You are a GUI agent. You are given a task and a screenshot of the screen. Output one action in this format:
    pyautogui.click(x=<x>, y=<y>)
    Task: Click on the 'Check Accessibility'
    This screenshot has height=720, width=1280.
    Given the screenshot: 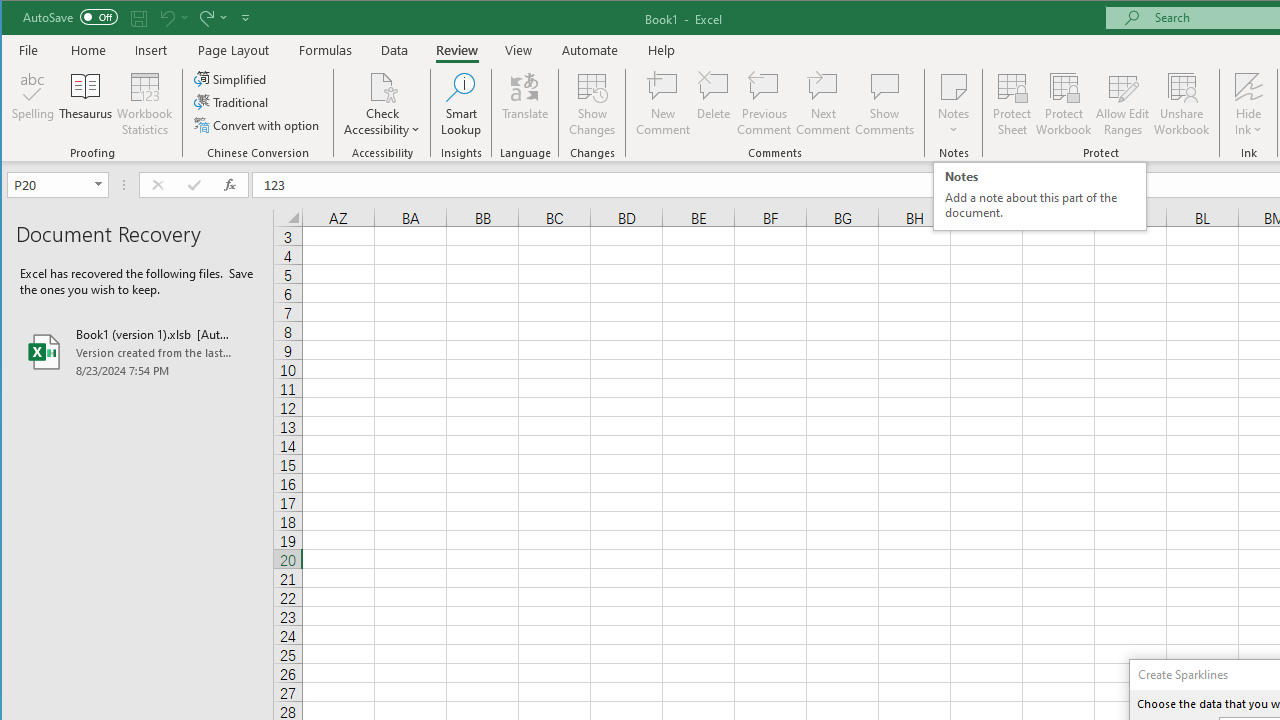 What is the action you would take?
    pyautogui.click(x=382, y=104)
    